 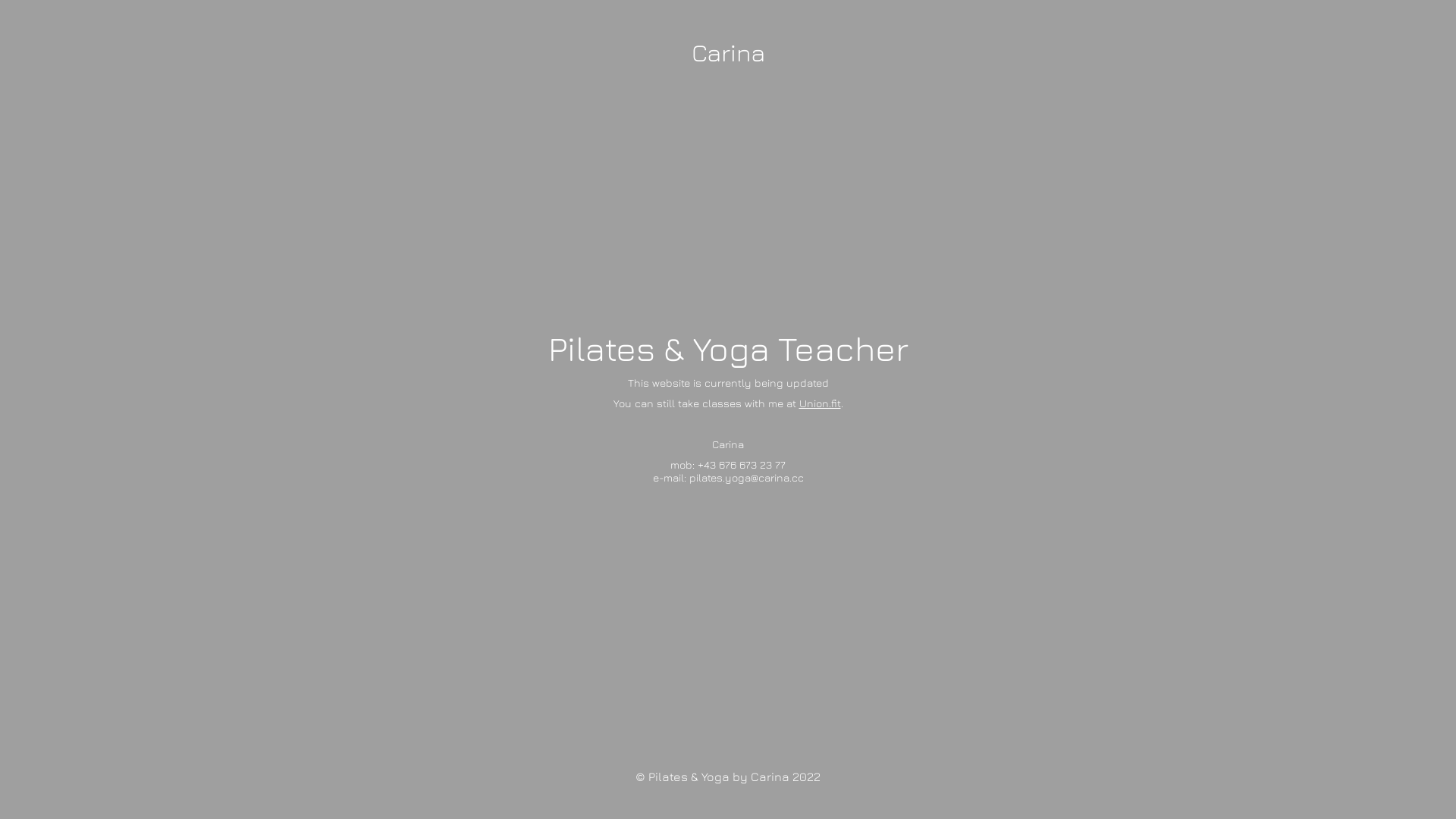 What do you see at coordinates (819, 401) in the screenshot?
I see `'Union.fit'` at bounding box center [819, 401].